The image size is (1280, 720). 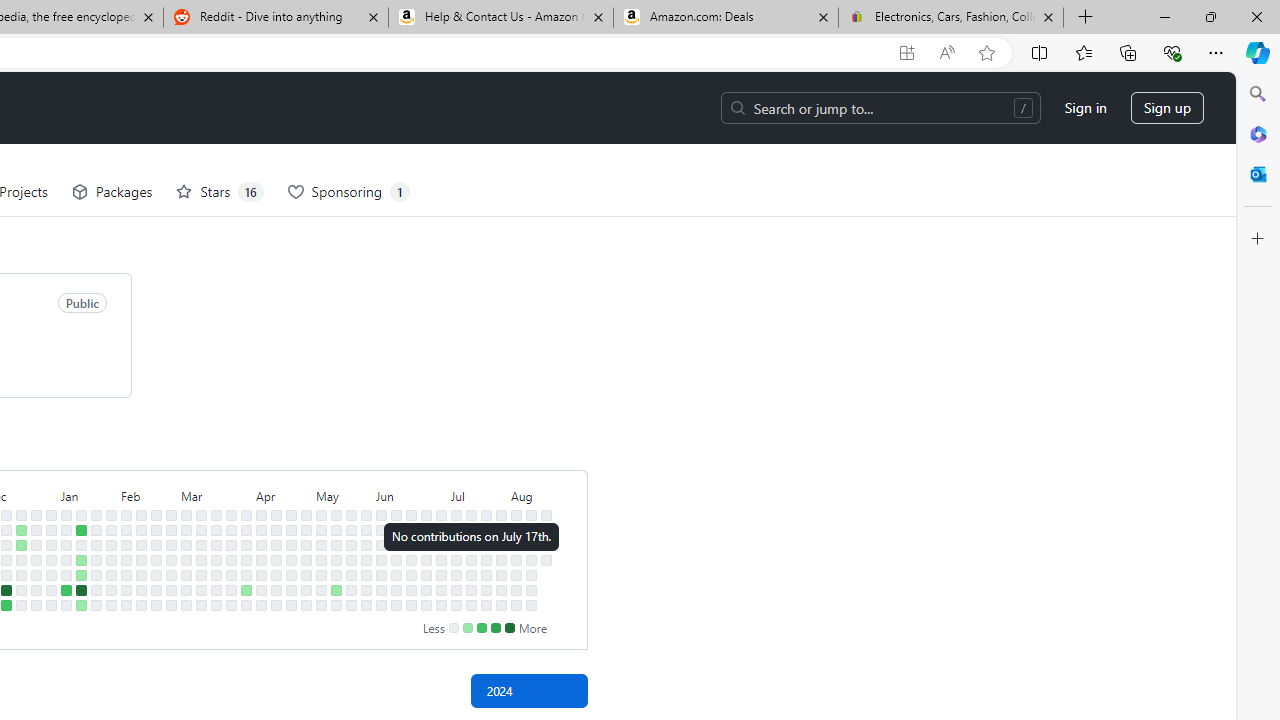 What do you see at coordinates (186, 604) in the screenshot?
I see `'No contributions on March 9th.'` at bounding box center [186, 604].